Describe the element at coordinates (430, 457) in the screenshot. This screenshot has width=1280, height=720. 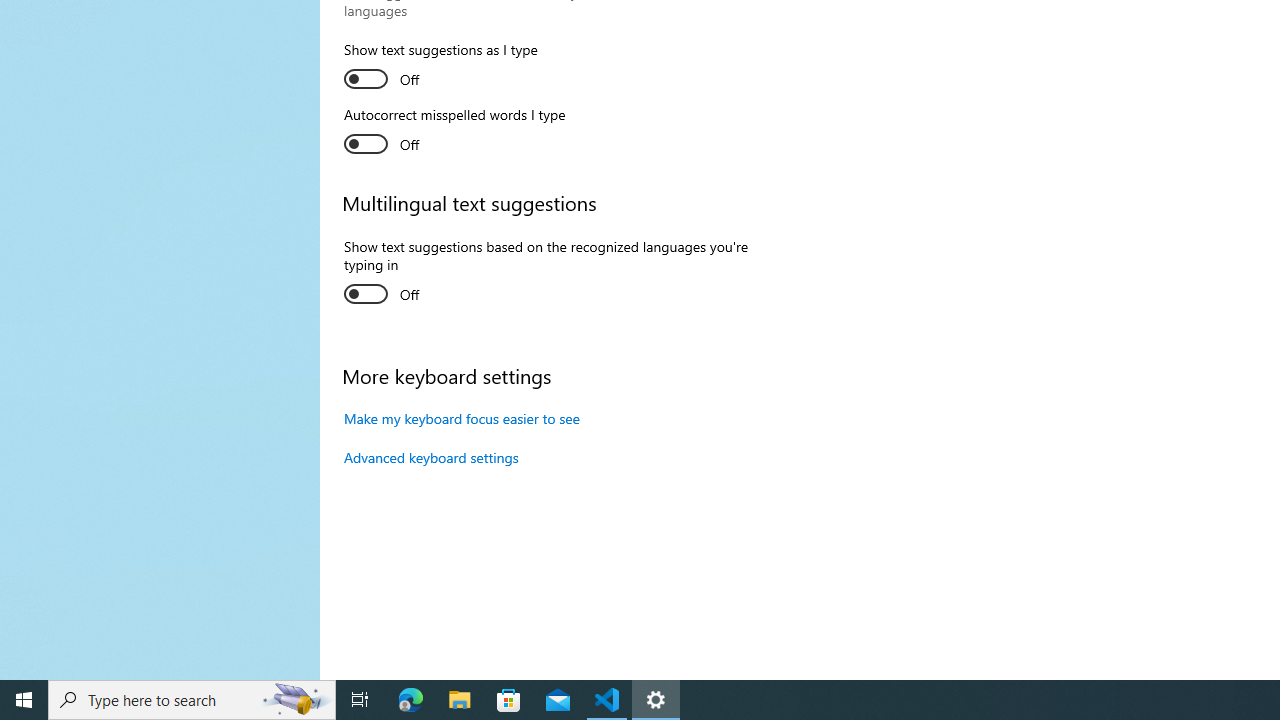
I see `'Advanced keyboard settings'` at that location.